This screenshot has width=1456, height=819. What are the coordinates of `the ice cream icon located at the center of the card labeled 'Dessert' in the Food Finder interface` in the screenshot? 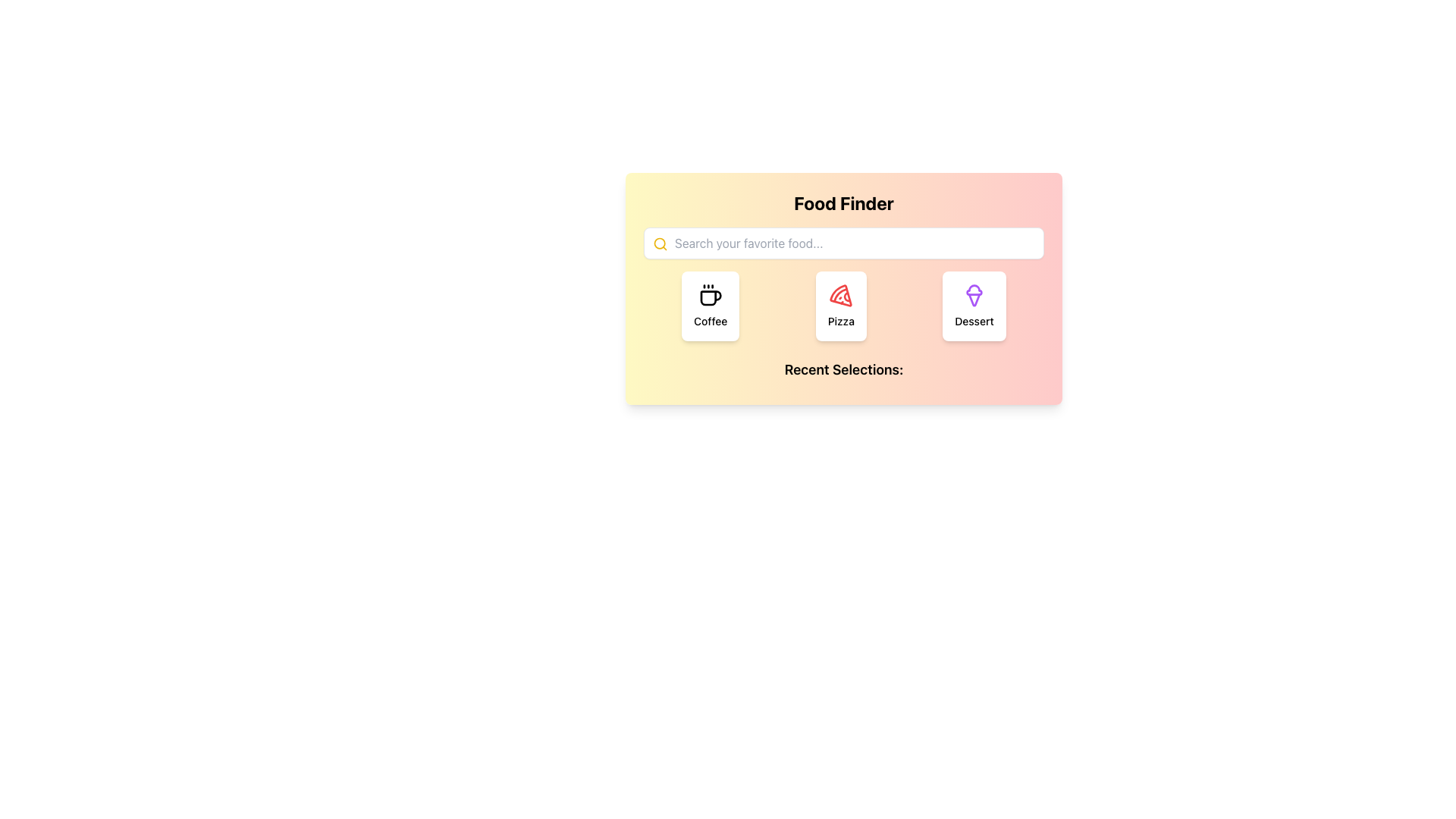 It's located at (974, 295).